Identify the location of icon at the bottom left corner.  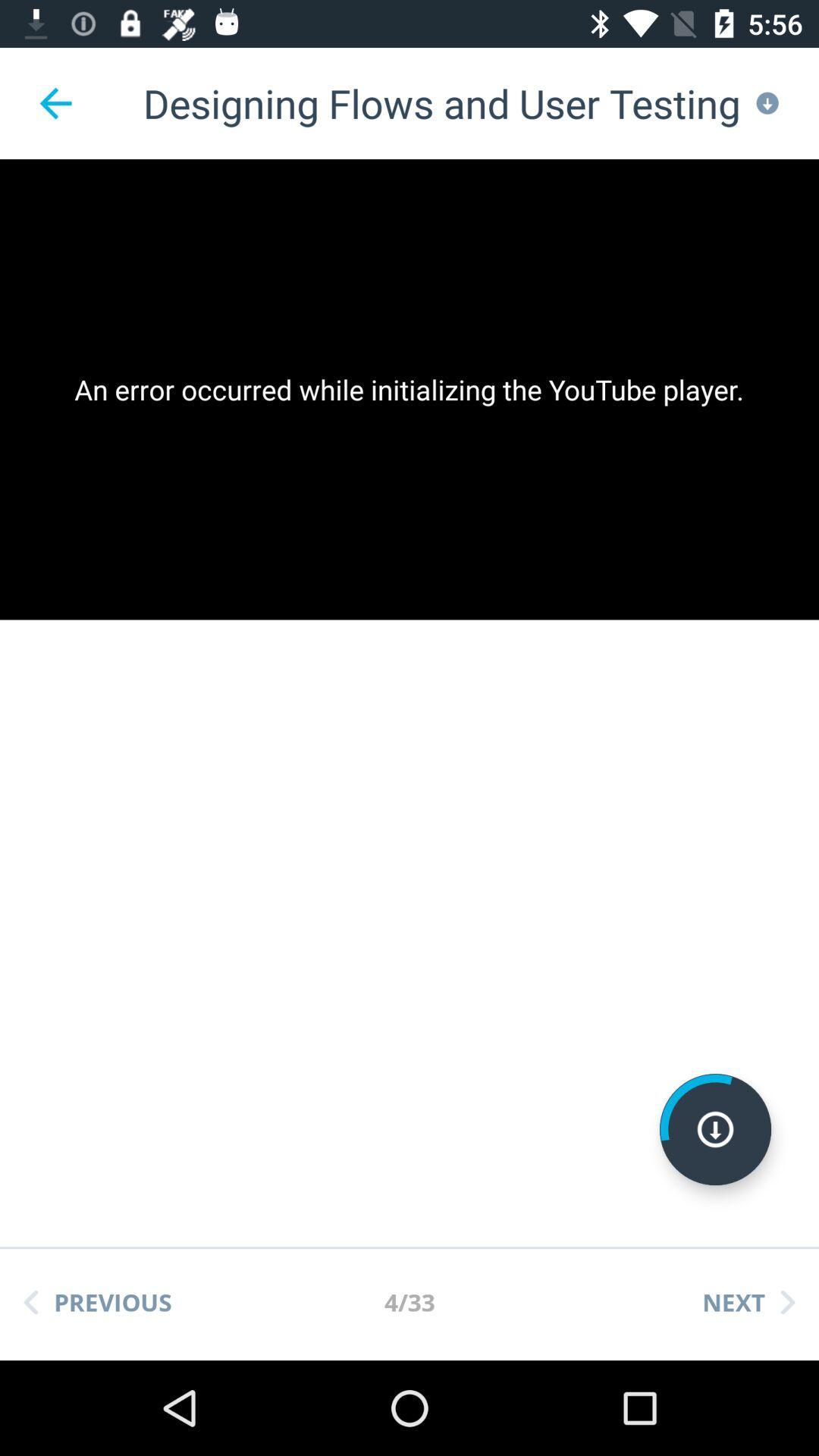
(97, 1301).